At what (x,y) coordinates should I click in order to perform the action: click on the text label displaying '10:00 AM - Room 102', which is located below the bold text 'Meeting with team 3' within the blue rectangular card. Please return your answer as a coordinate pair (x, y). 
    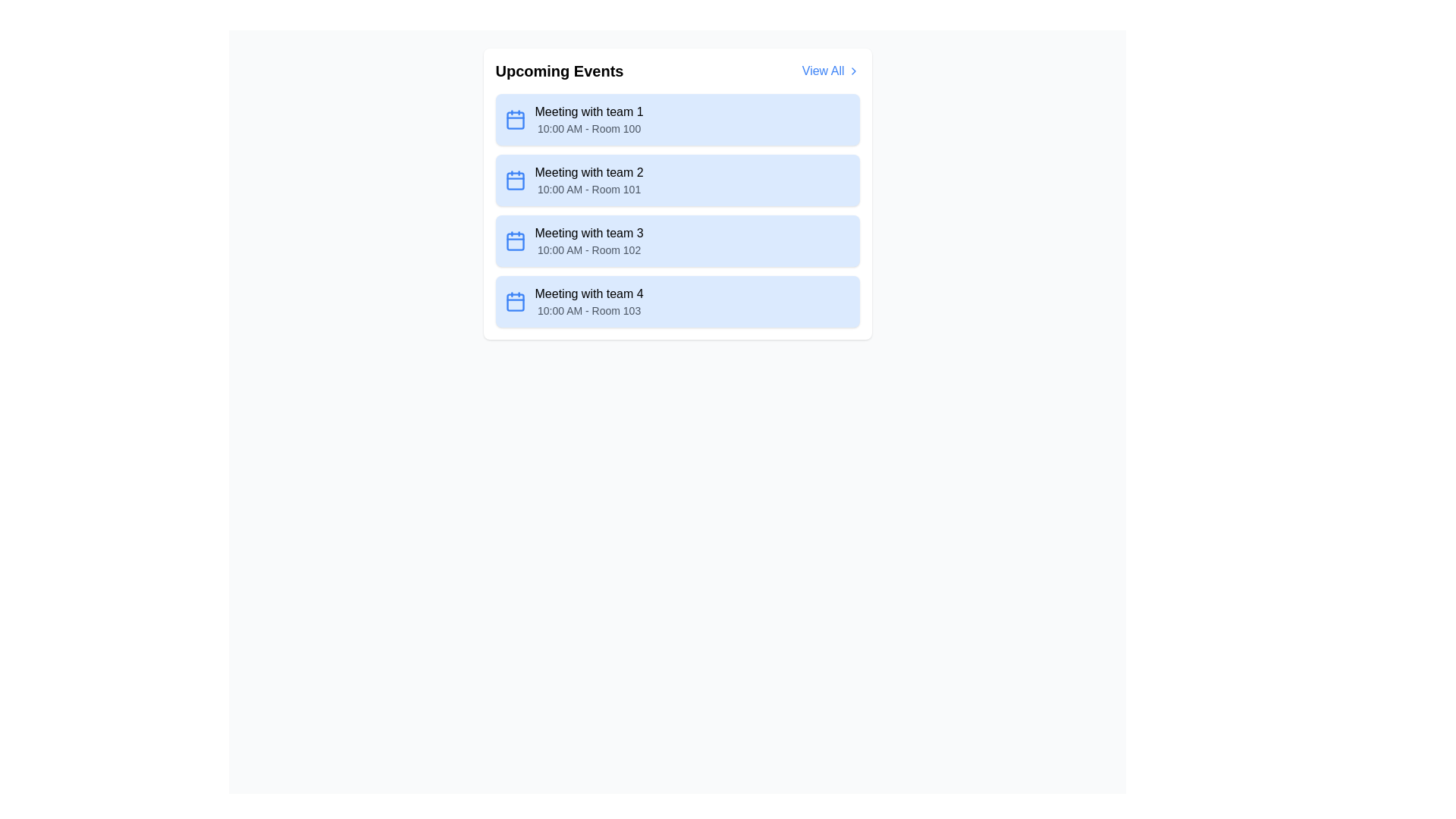
    Looking at the image, I should click on (588, 249).